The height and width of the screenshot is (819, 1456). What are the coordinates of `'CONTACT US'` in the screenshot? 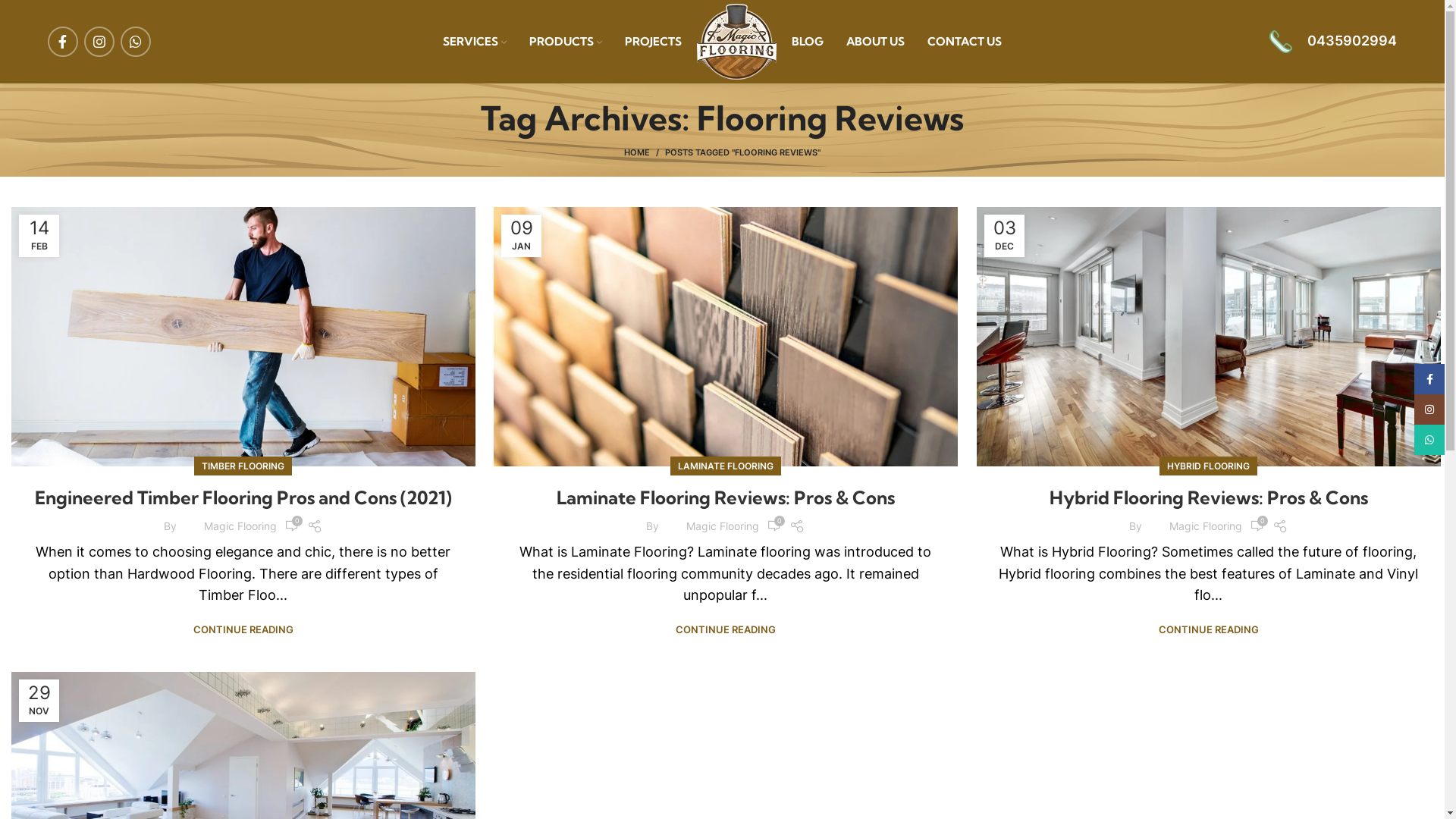 It's located at (964, 40).